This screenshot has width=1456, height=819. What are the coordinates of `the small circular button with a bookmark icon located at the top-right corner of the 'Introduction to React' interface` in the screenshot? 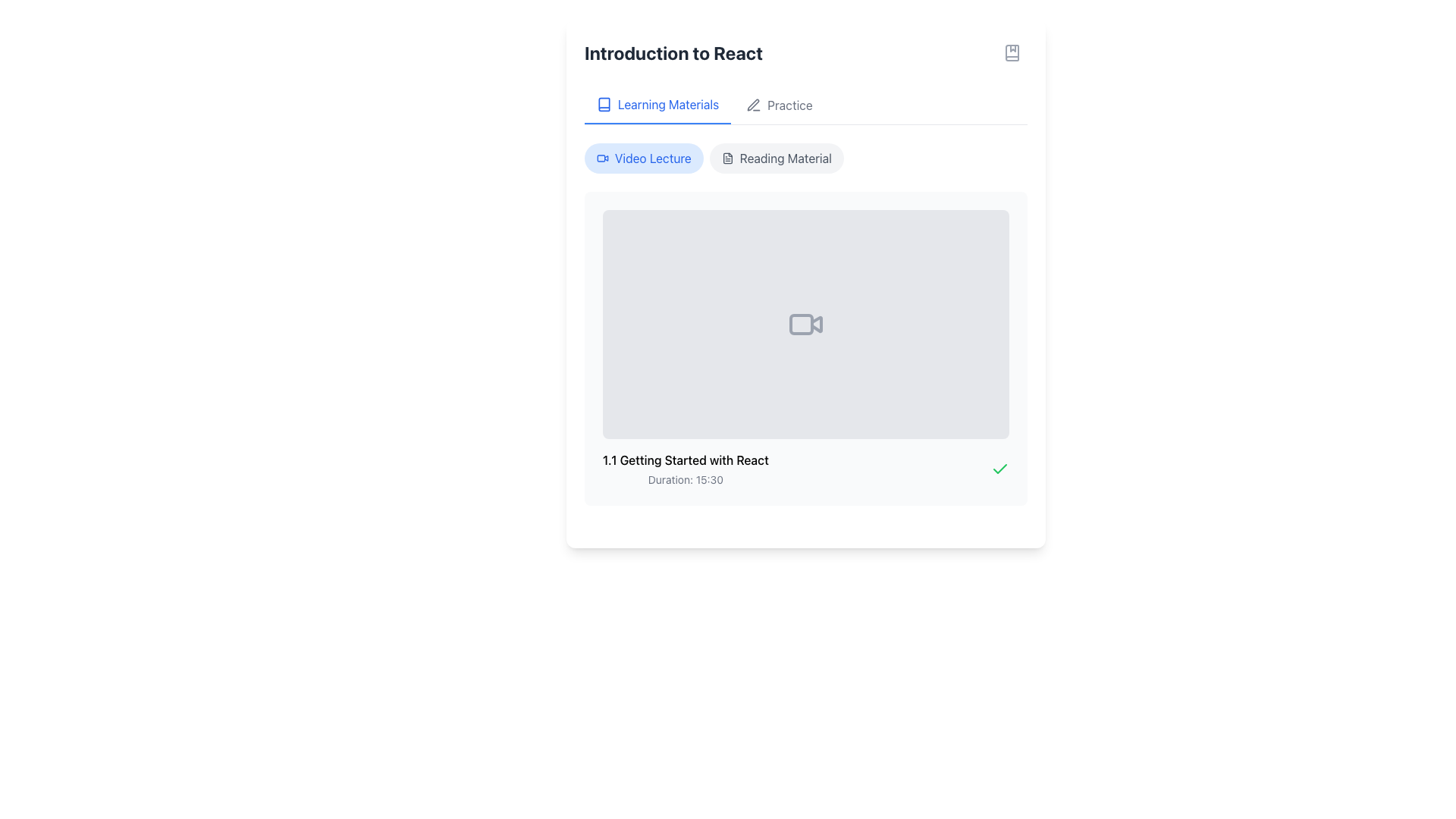 It's located at (1012, 52).